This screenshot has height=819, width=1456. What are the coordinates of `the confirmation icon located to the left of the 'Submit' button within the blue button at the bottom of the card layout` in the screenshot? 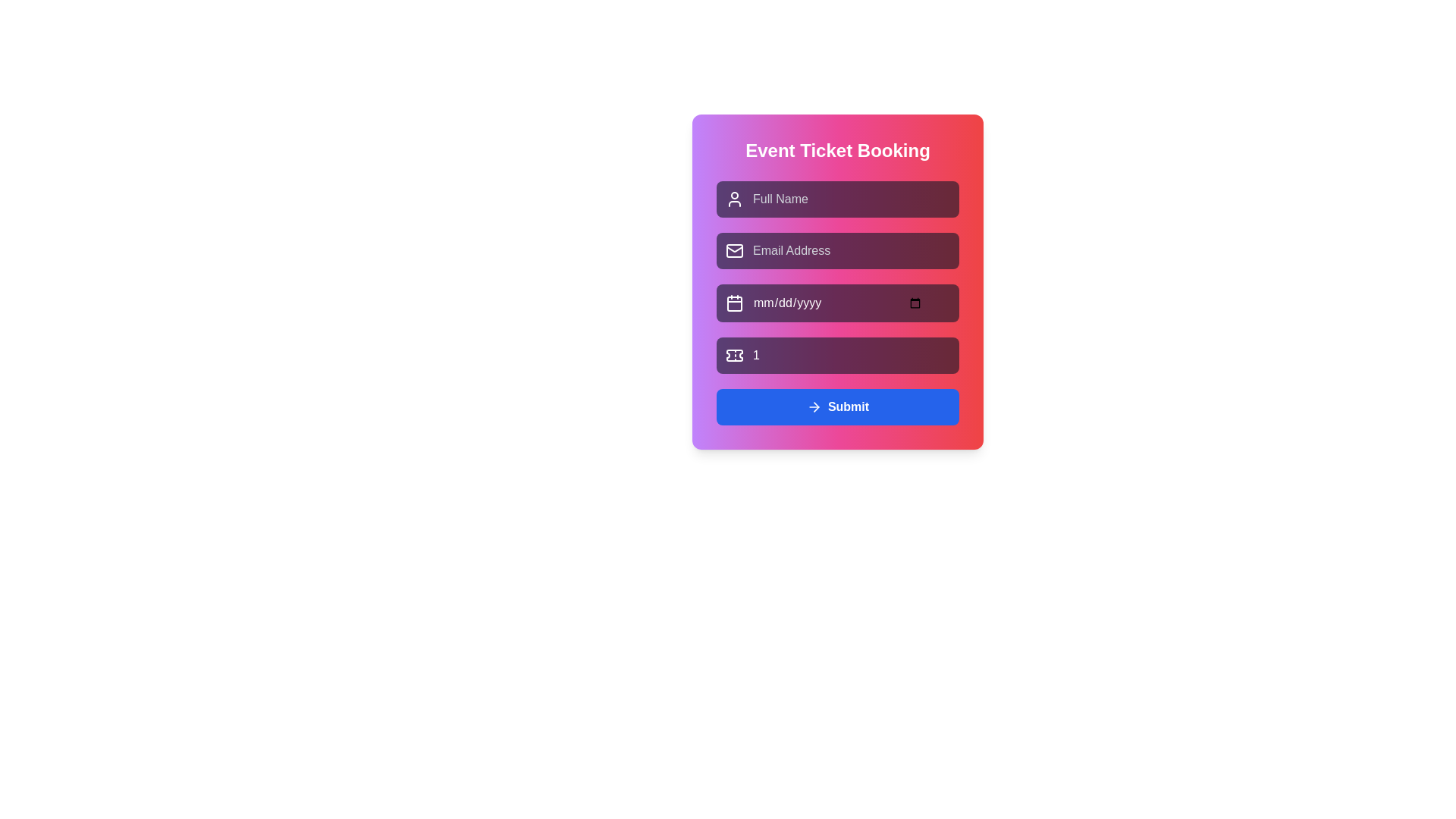 It's located at (813, 406).